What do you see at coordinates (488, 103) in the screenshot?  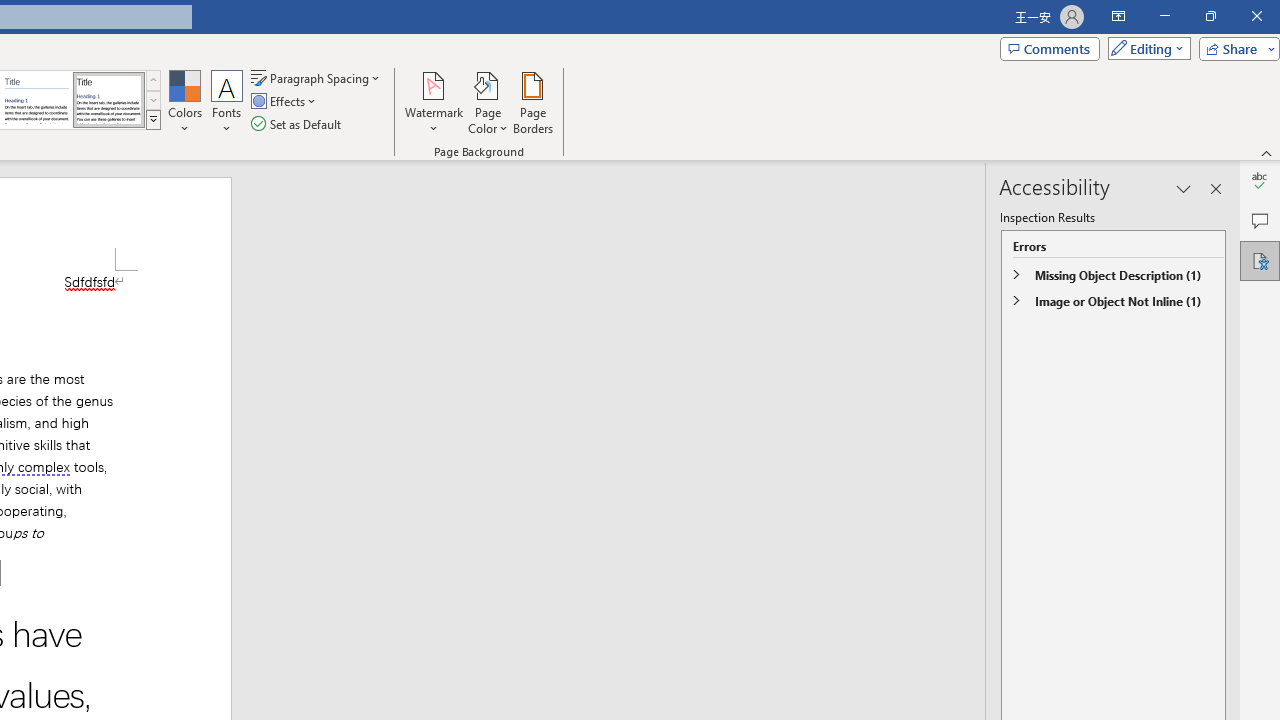 I see `'Page Color'` at bounding box center [488, 103].